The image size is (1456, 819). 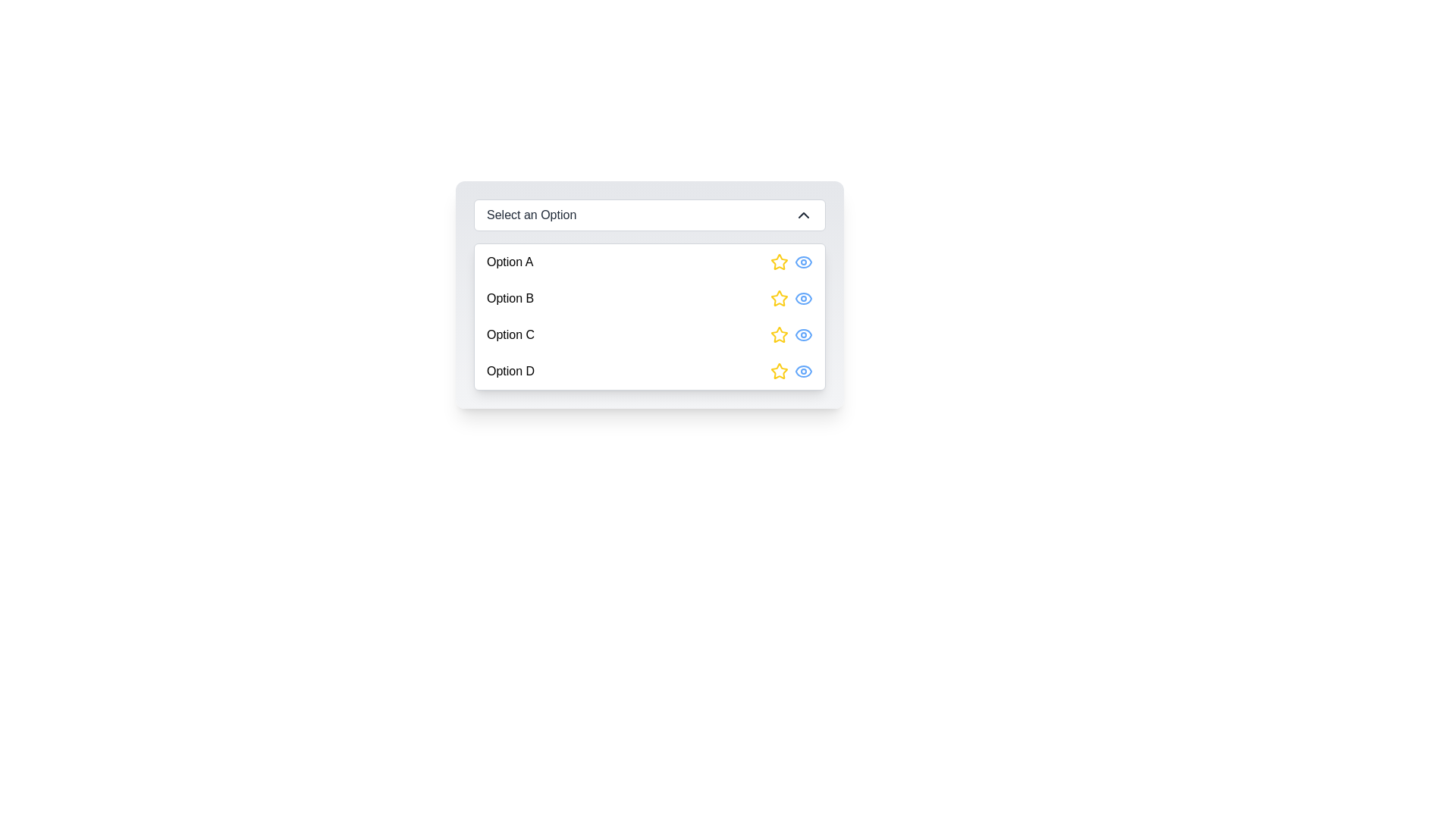 I want to click on the 'Option D' in the dropdown list, so click(x=650, y=371).